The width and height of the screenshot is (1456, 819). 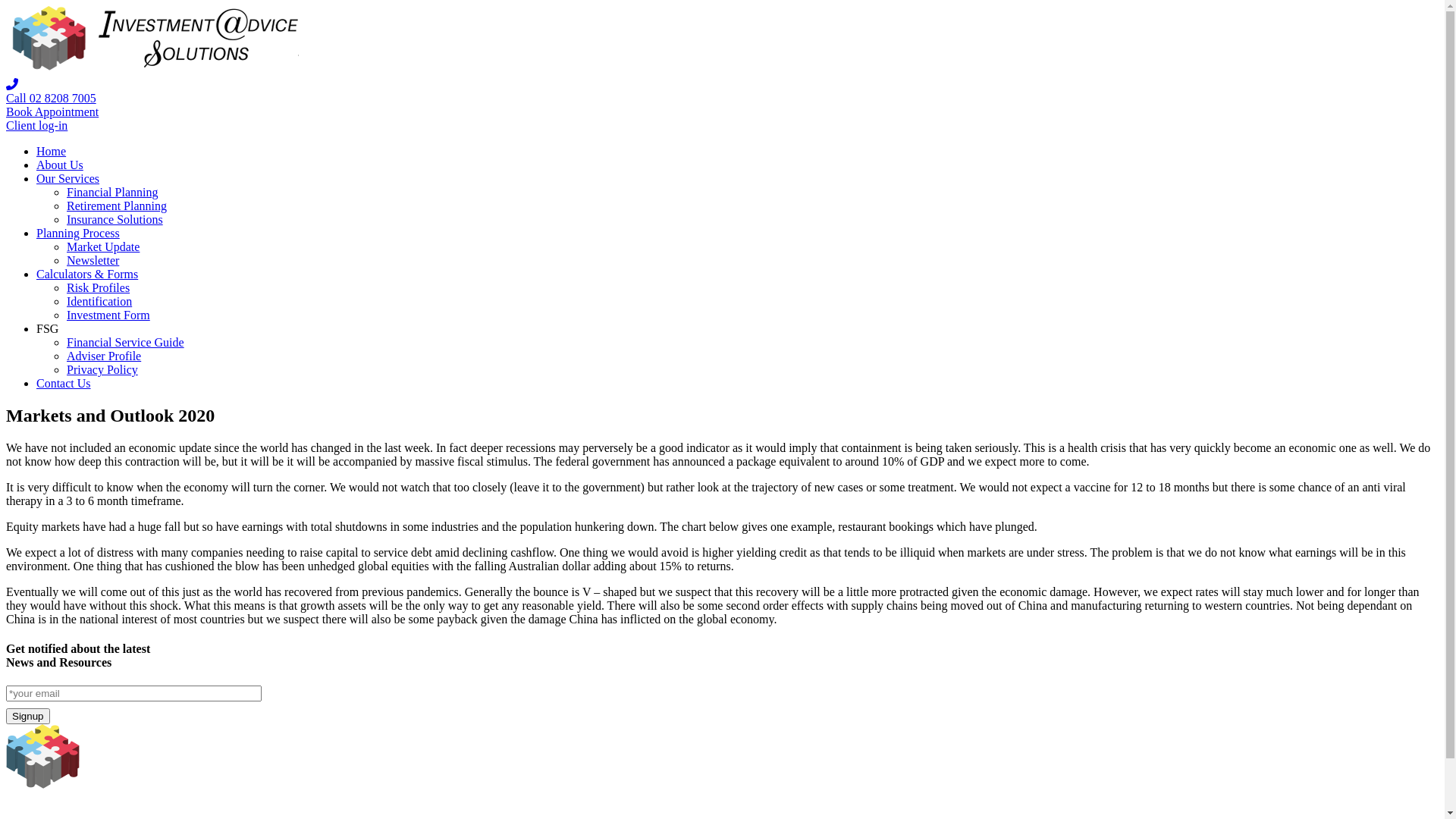 I want to click on 'Planning Process', so click(x=77, y=233).